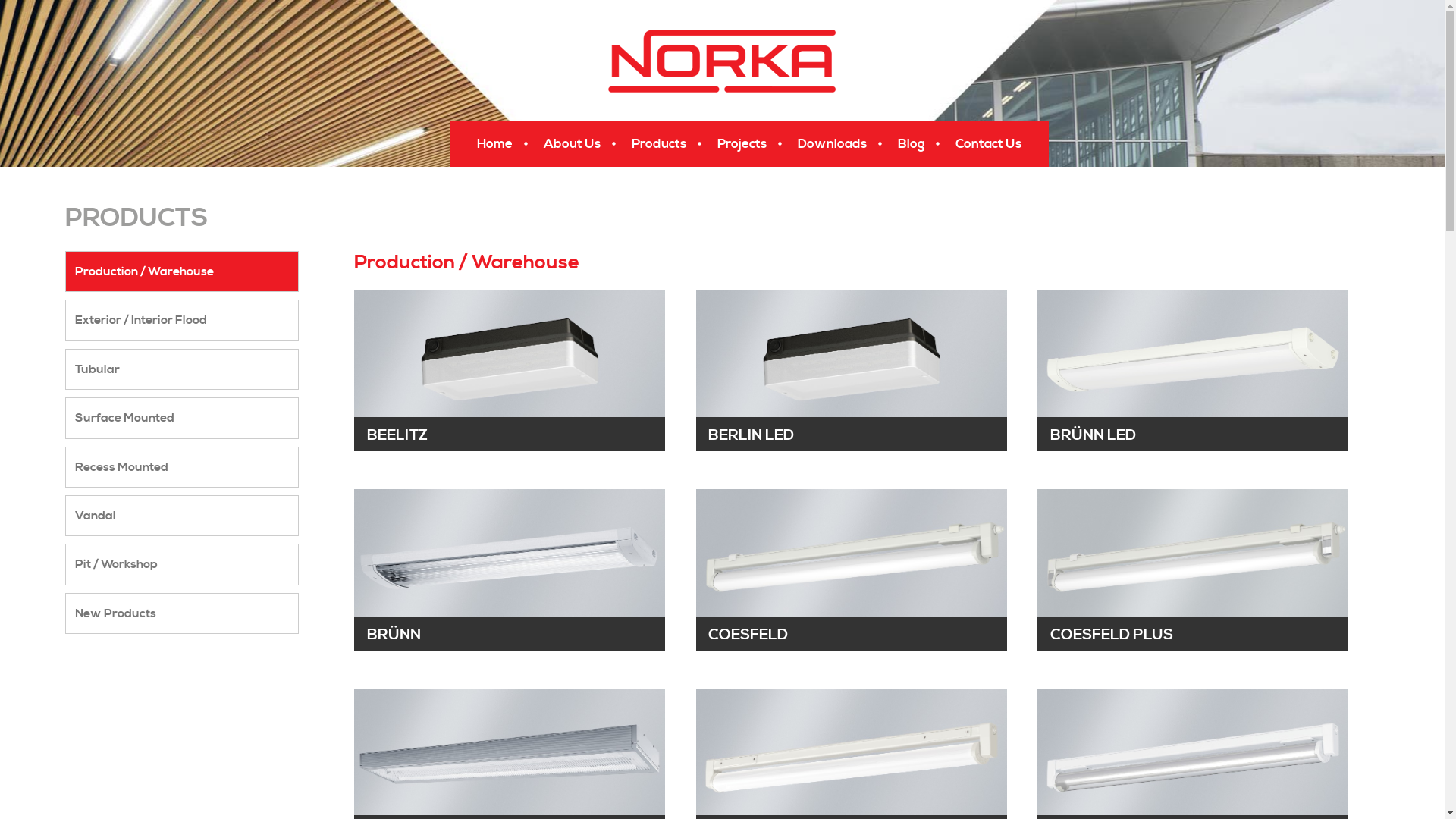  What do you see at coordinates (182, 613) in the screenshot?
I see `'New Products'` at bounding box center [182, 613].